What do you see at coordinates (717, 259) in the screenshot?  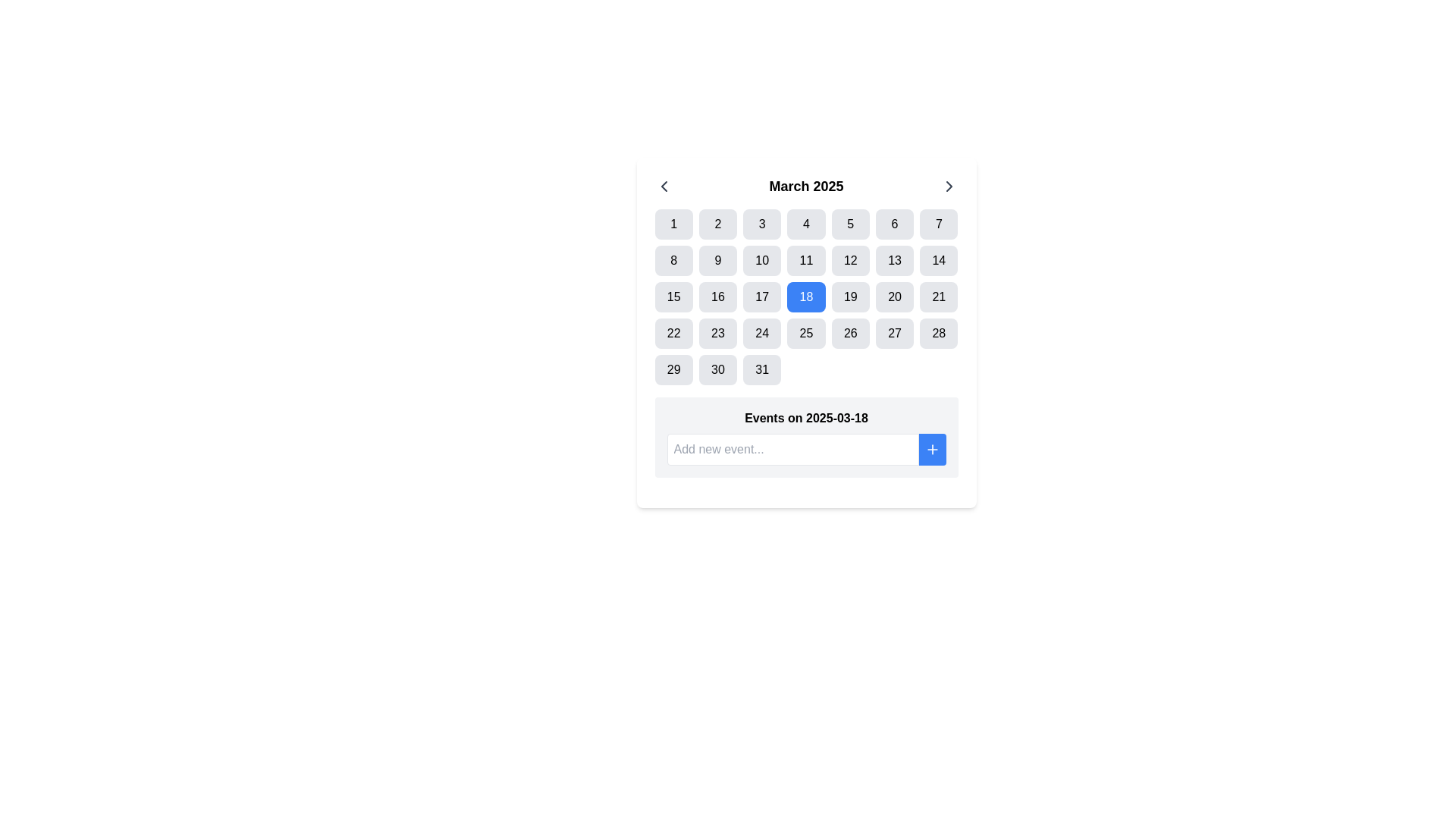 I see `the interactive button representing the date '9' in the March 2025 calendar grid` at bounding box center [717, 259].